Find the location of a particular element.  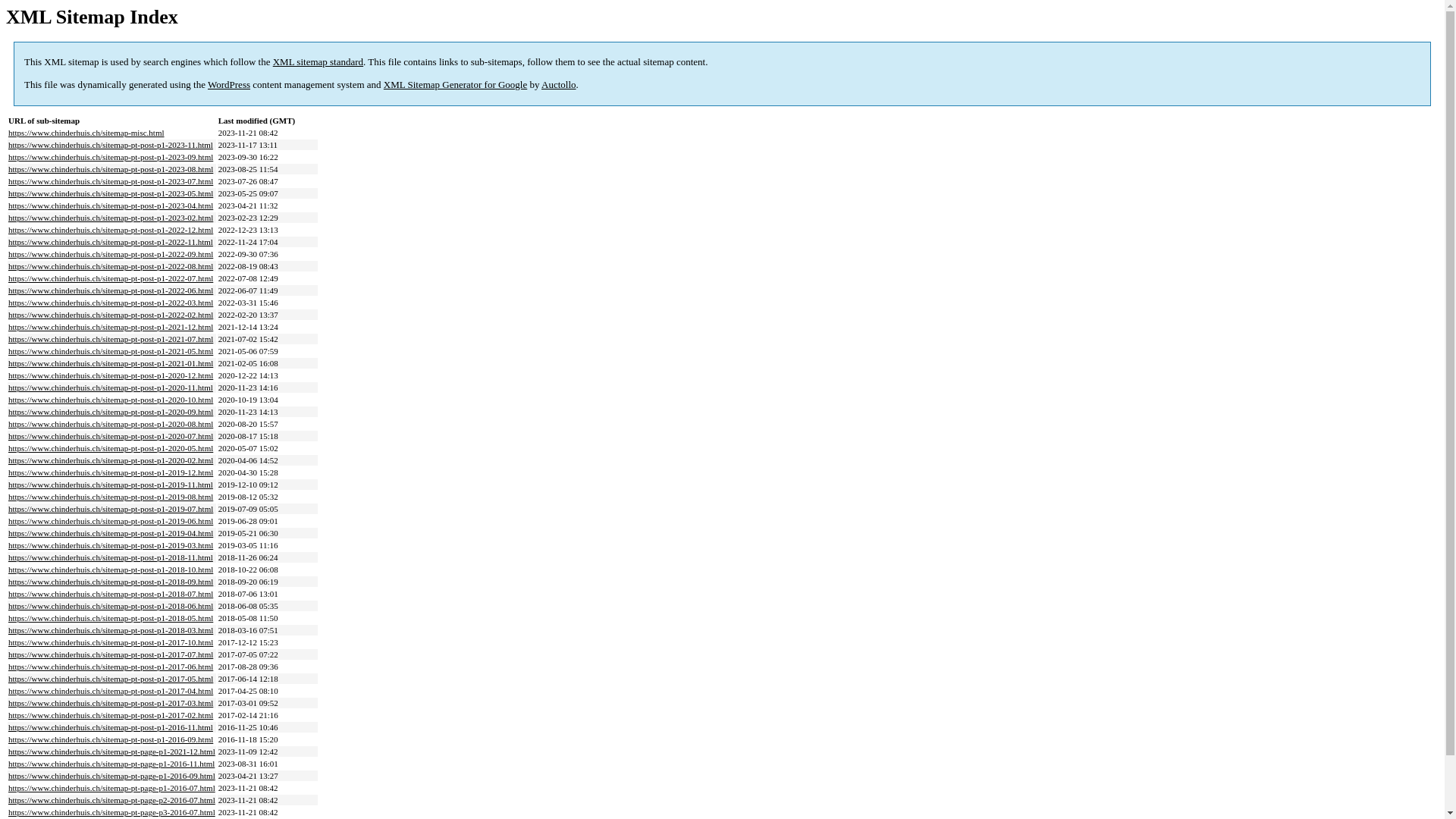

'https://www.chinderhuis.ch/sitemap-pt-page-p1-2016-11.html' is located at coordinates (111, 763).